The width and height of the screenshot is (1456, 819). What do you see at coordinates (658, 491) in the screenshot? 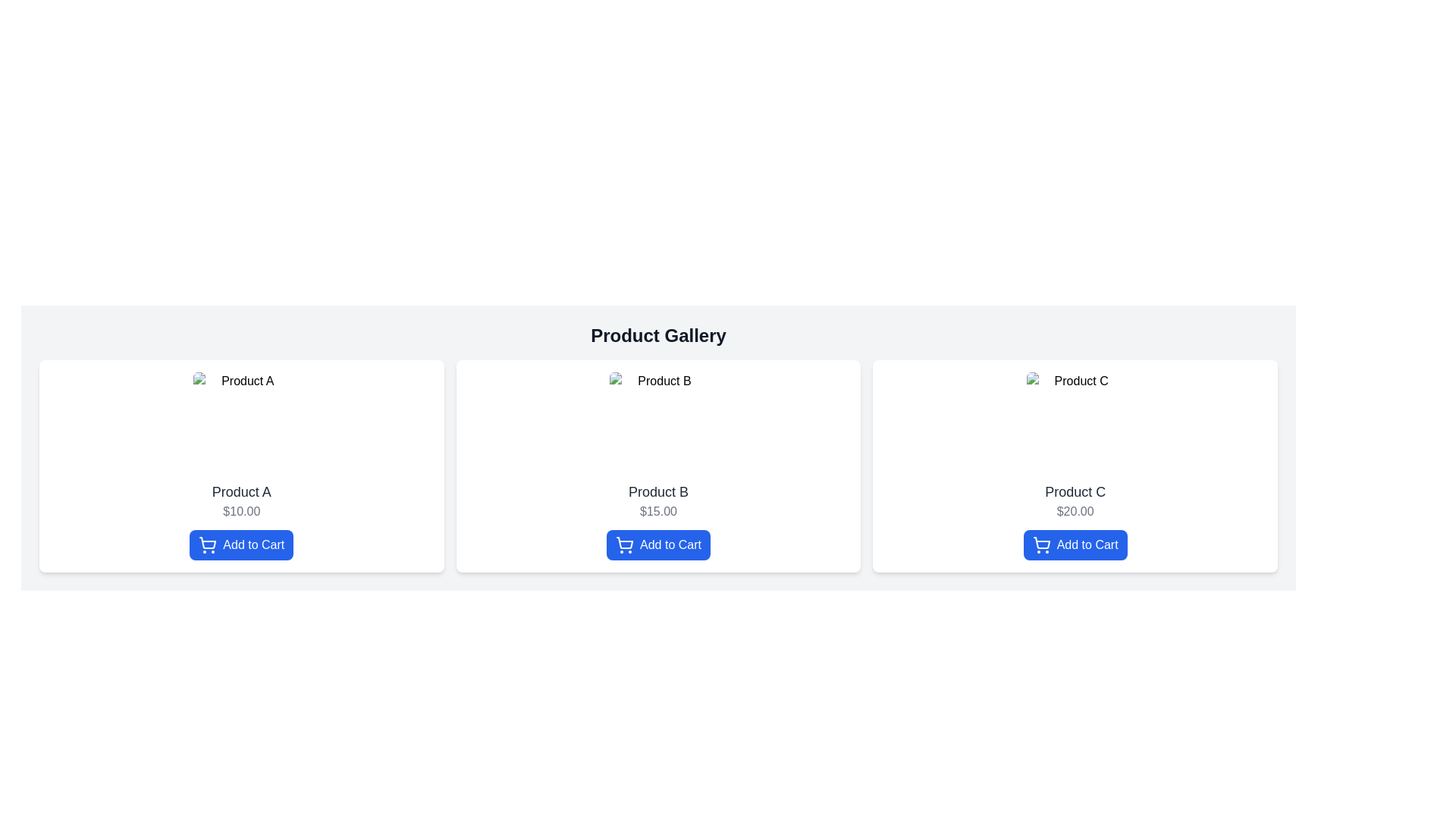
I see `the product visually using the static text label displaying 'Product B' located` at bounding box center [658, 491].